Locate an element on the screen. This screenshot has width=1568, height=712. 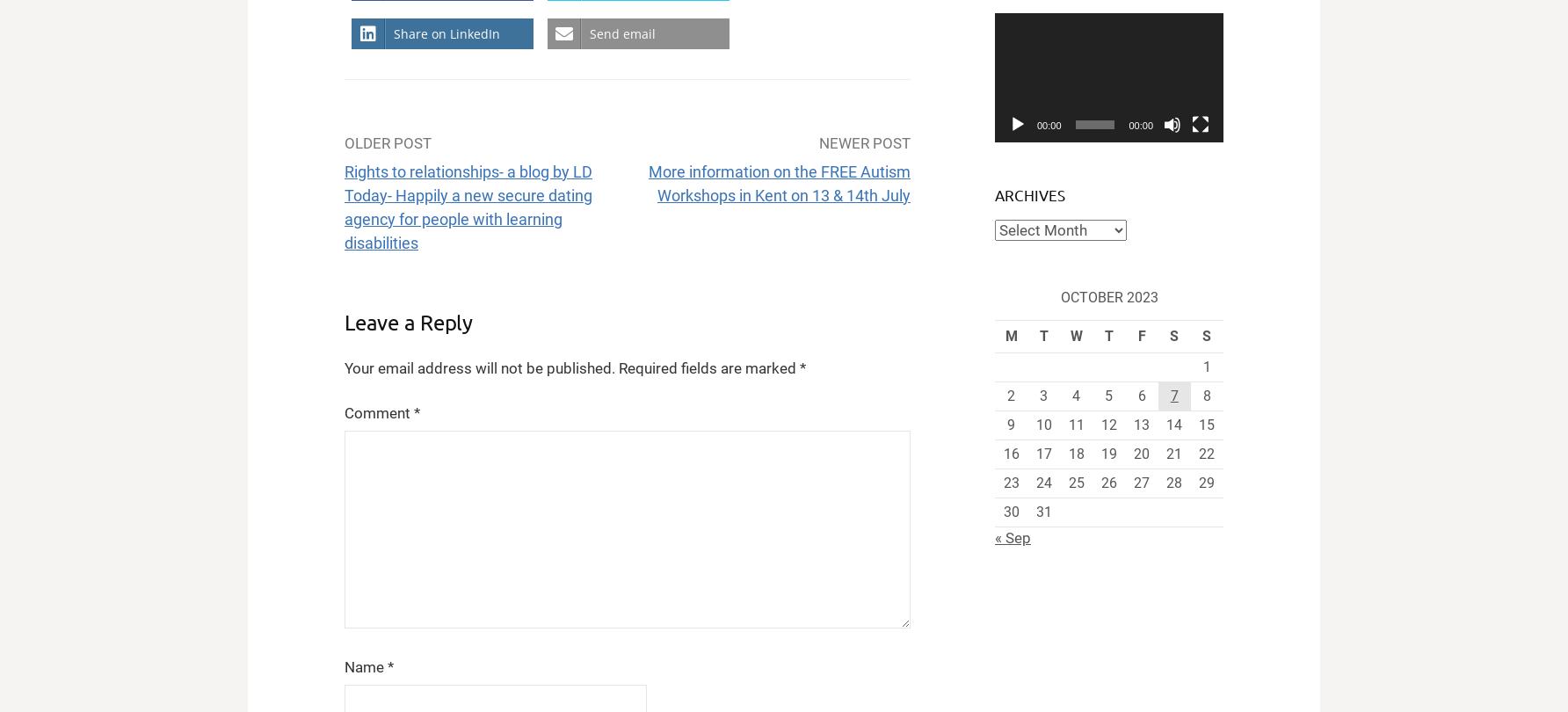
'15' is located at coordinates (1206, 425).